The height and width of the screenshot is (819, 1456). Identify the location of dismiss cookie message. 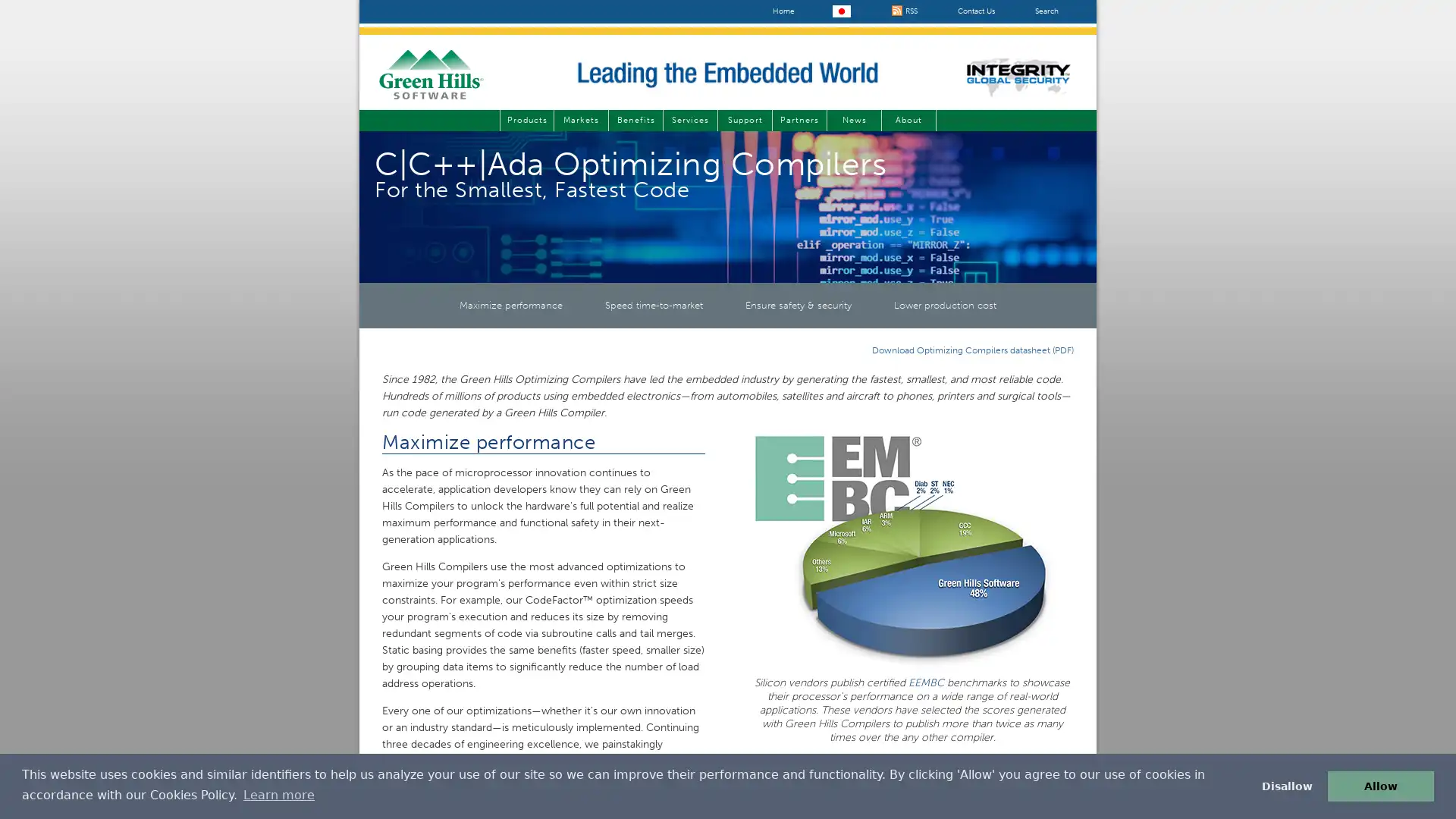
(1285, 785).